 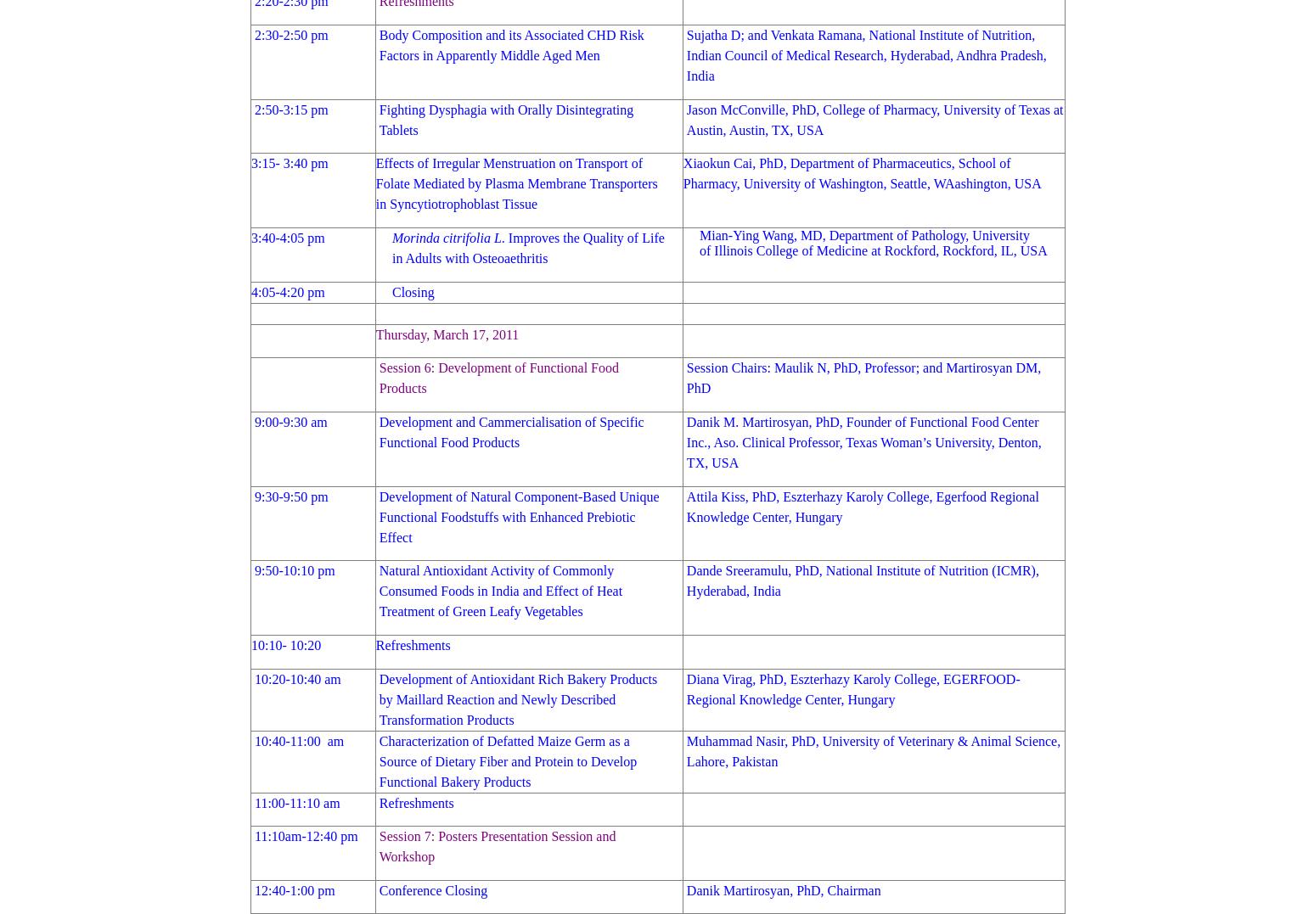 What do you see at coordinates (430, 33) in the screenshot?
I see `'Body Composition'` at bounding box center [430, 33].